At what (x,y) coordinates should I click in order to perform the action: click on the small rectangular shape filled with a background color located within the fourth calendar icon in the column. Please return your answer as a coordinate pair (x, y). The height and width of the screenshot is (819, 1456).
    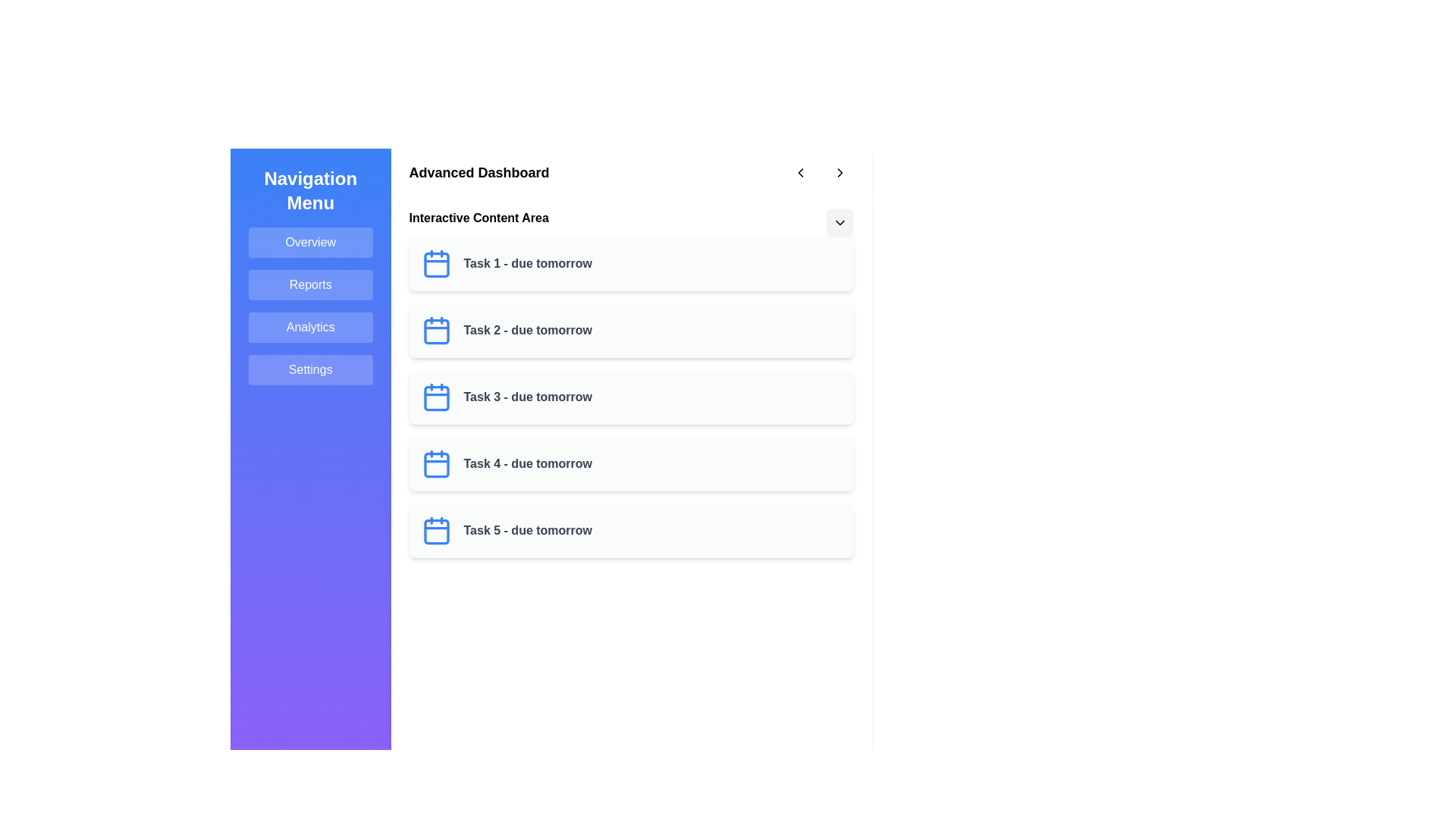
    Looking at the image, I should click on (435, 464).